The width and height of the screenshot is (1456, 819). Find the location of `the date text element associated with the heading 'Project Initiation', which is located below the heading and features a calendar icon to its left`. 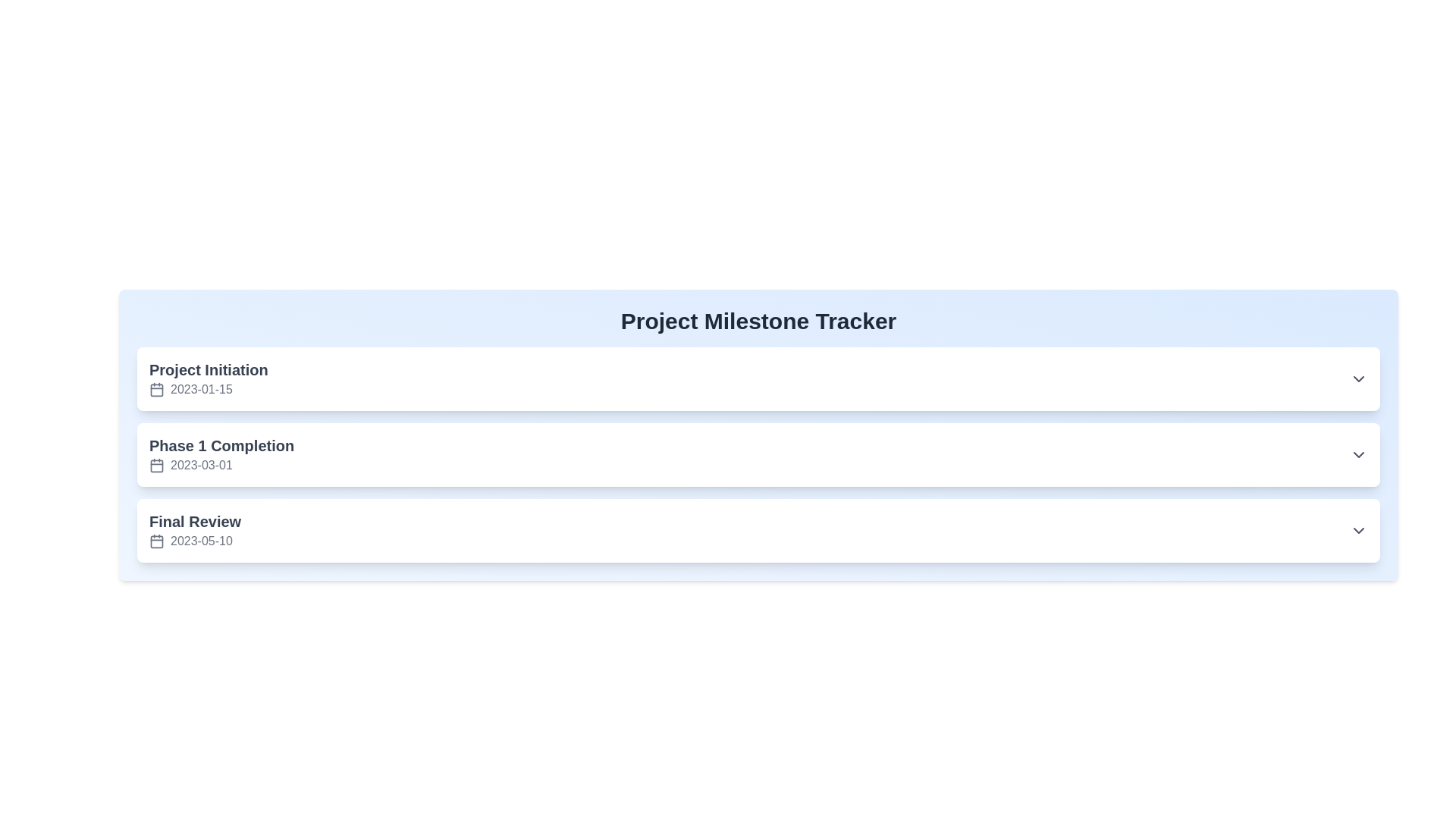

the date text element associated with the heading 'Project Initiation', which is located below the heading and features a calendar icon to its left is located at coordinates (208, 388).